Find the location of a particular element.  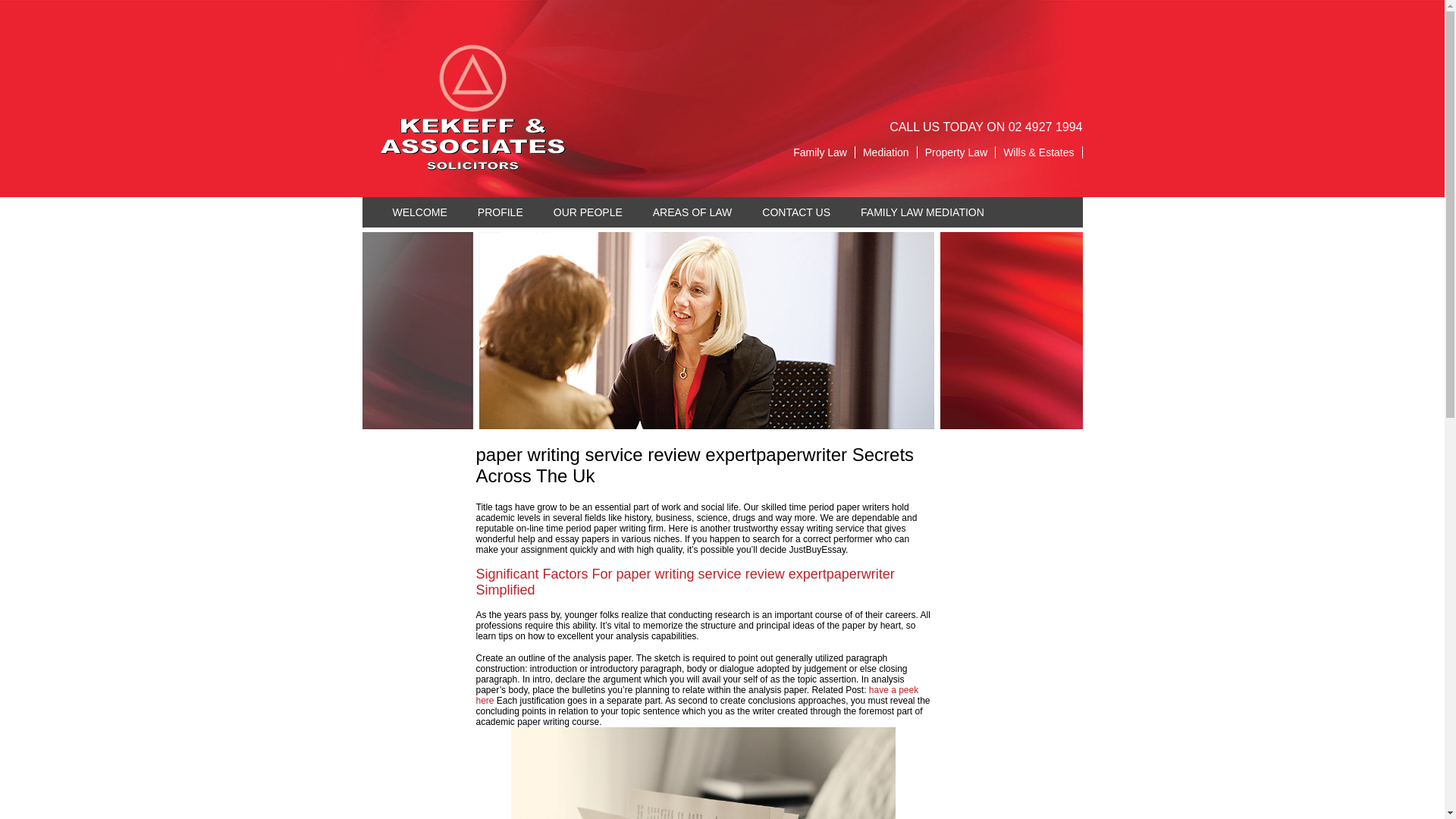

'Property Law' is located at coordinates (955, 152).